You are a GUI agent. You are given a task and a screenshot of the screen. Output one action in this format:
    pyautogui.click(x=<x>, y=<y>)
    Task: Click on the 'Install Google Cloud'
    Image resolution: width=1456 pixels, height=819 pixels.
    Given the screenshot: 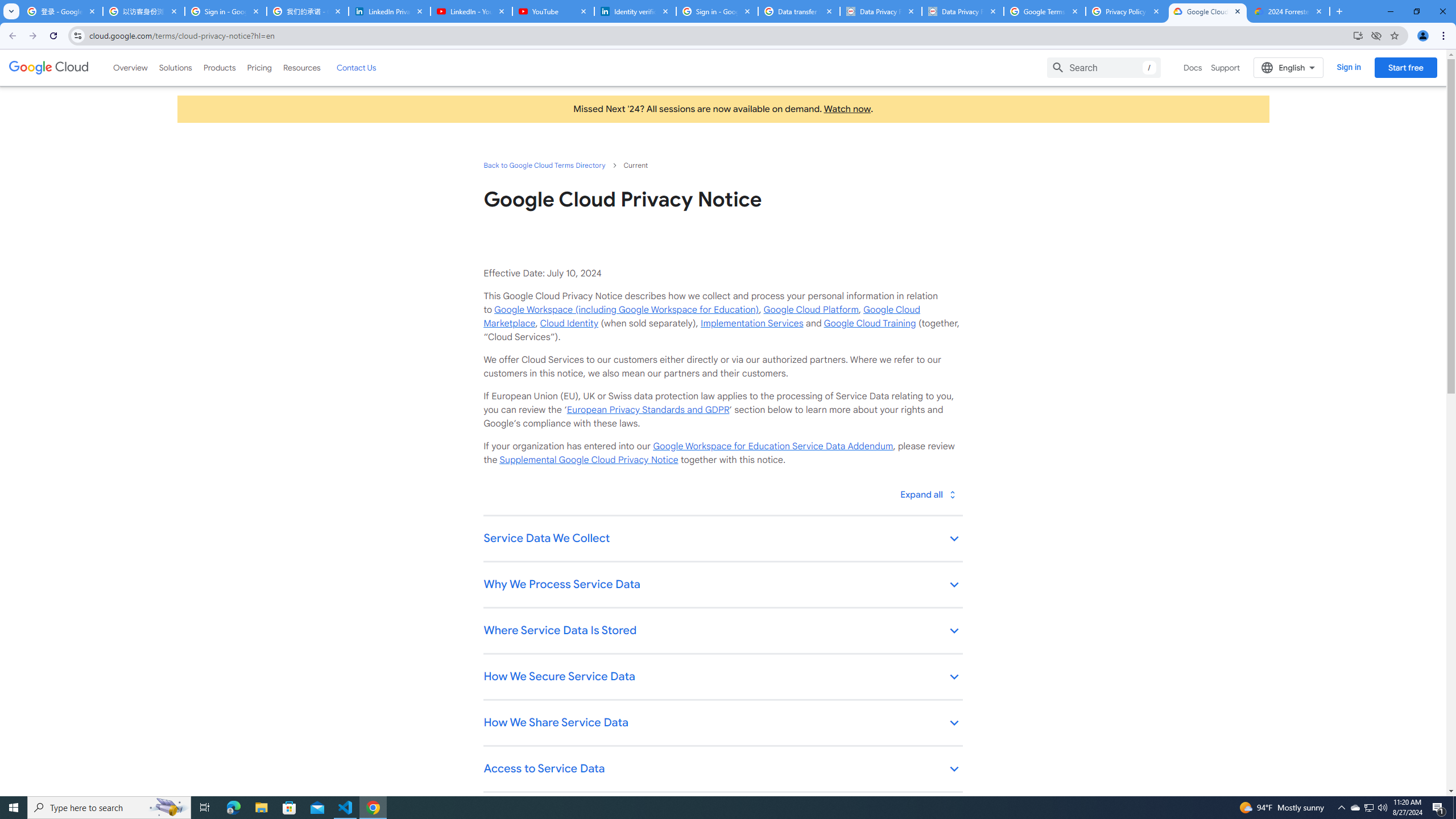 What is the action you would take?
    pyautogui.click(x=1358, y=35)
    